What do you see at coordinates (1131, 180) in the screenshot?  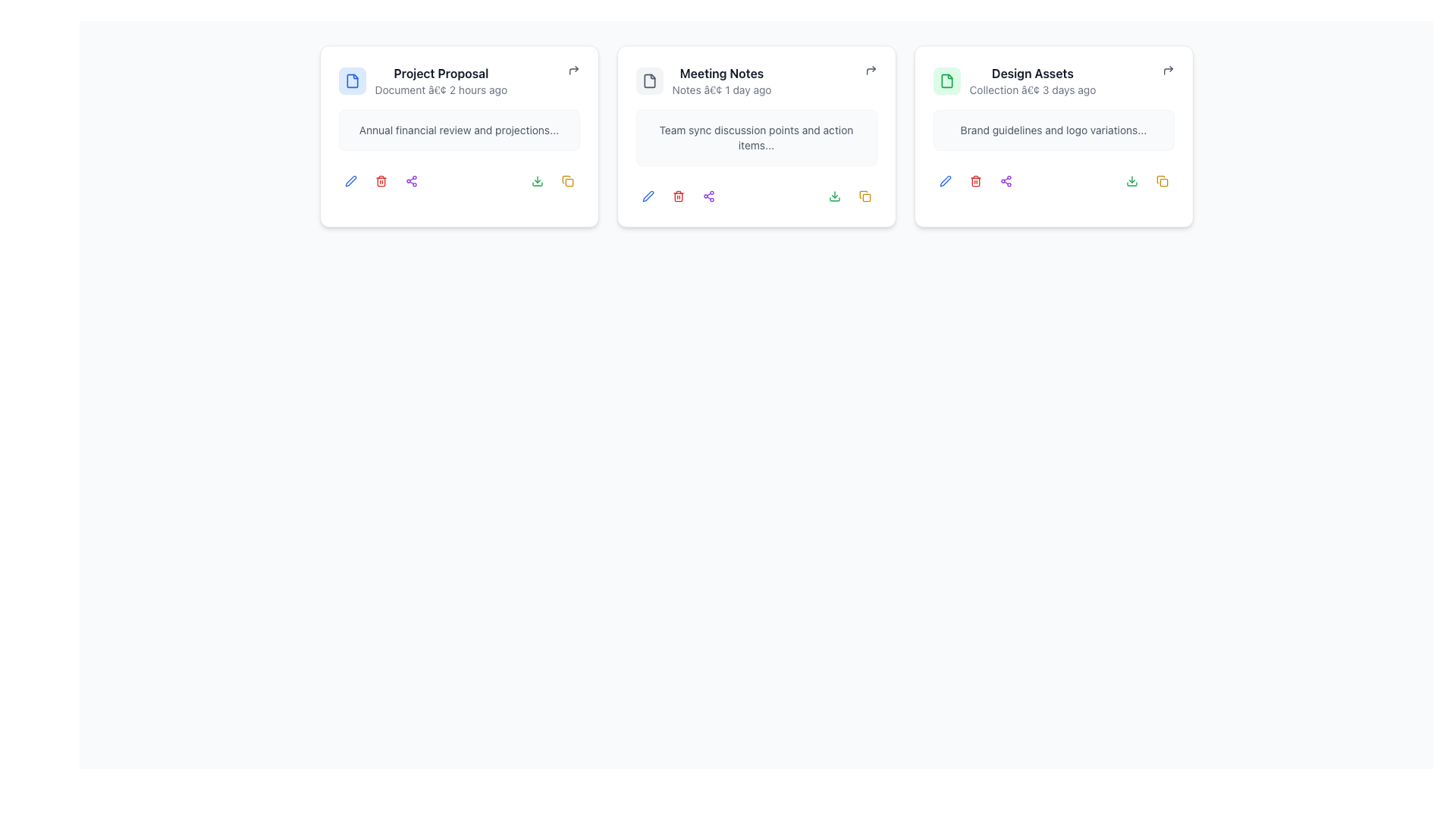 I see `the green download icon located at the bottom-right of the 'Design Assets' card to trigger tooltip or highlight effects` at bounding box center [1131, 180].